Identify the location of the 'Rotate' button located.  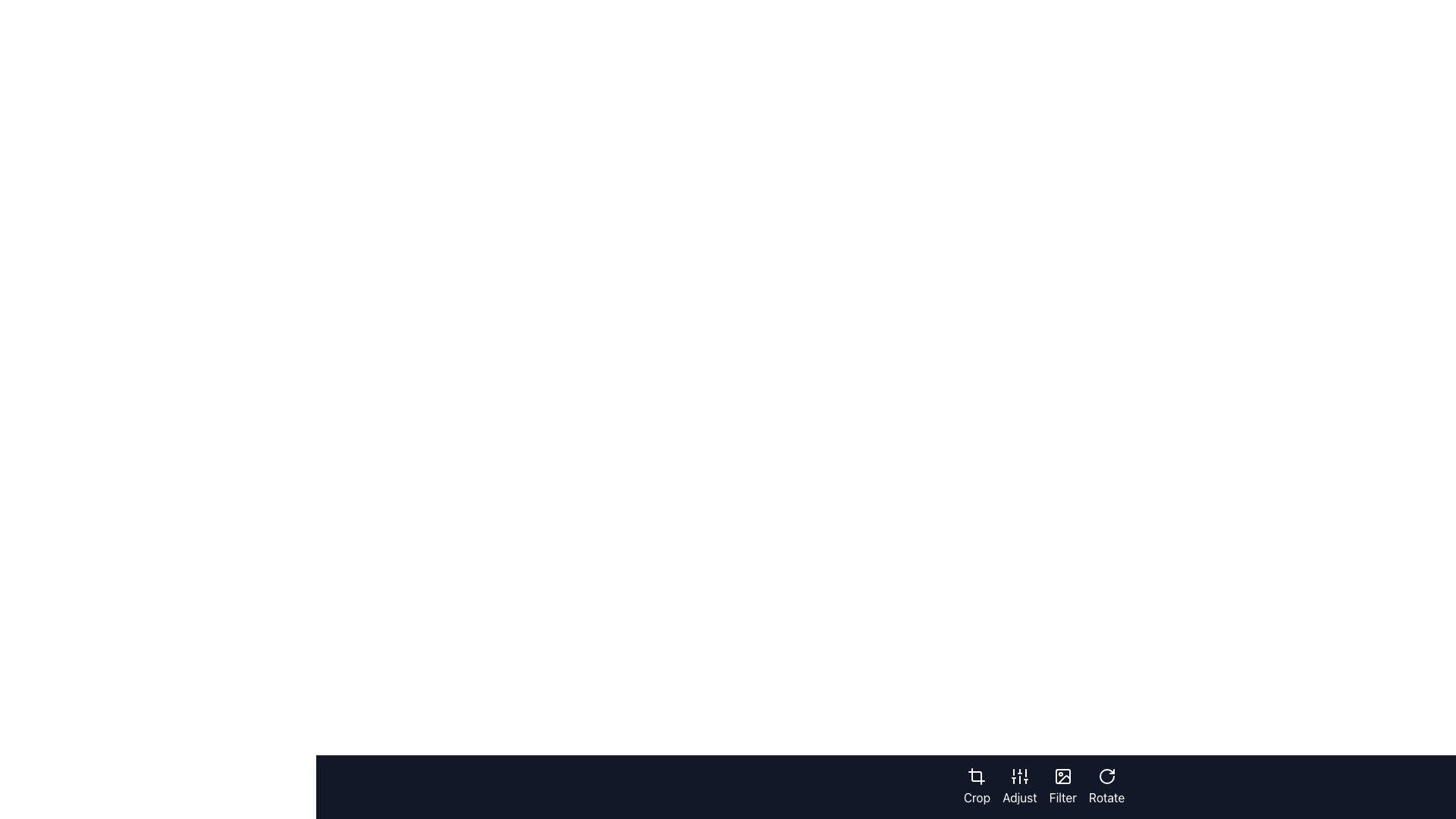
(1106, 776).